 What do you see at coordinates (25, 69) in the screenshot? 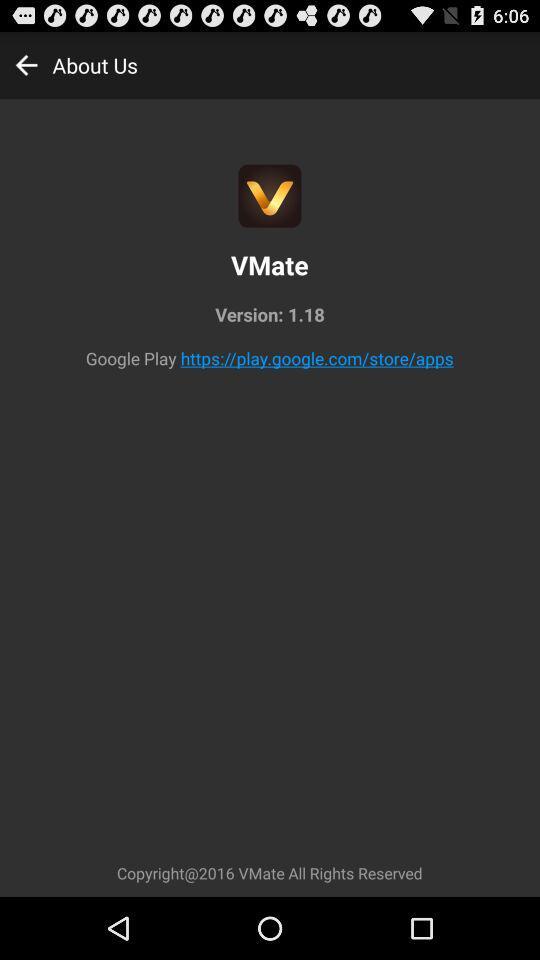
I see `the arrow_backward icon` at bounding box center [25, 69].